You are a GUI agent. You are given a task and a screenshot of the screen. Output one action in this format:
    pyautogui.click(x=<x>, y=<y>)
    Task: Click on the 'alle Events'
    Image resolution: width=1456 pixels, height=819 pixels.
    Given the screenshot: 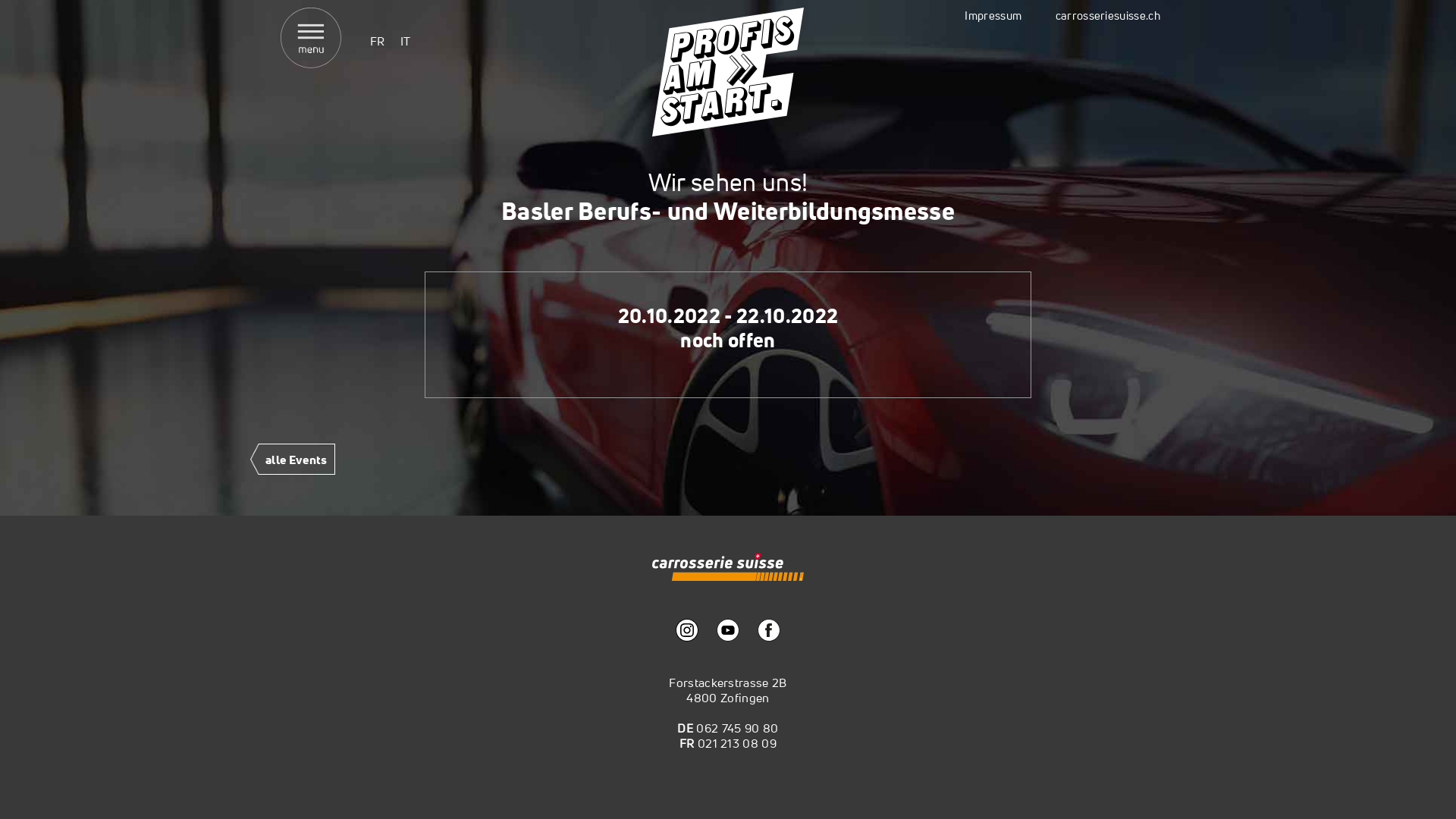 What is the action you would take?
    pyautogui.click(x=292, y=462)
    